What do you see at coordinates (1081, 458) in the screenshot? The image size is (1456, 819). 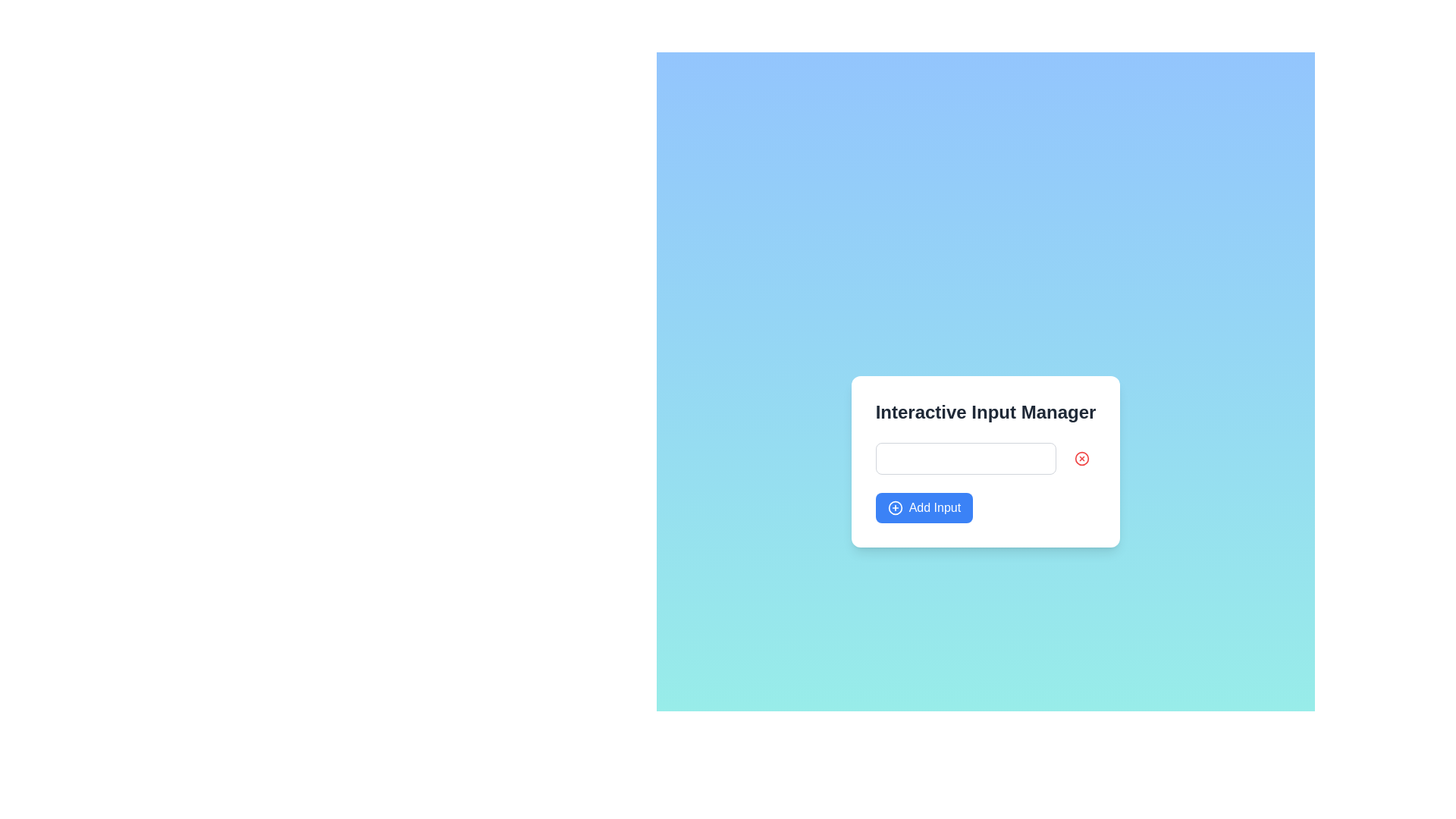 I see `the red 'clear' or 'cancel' icon located to the right of the 'Interactive Input Manager' input box` at bounding box center [1081, 458].